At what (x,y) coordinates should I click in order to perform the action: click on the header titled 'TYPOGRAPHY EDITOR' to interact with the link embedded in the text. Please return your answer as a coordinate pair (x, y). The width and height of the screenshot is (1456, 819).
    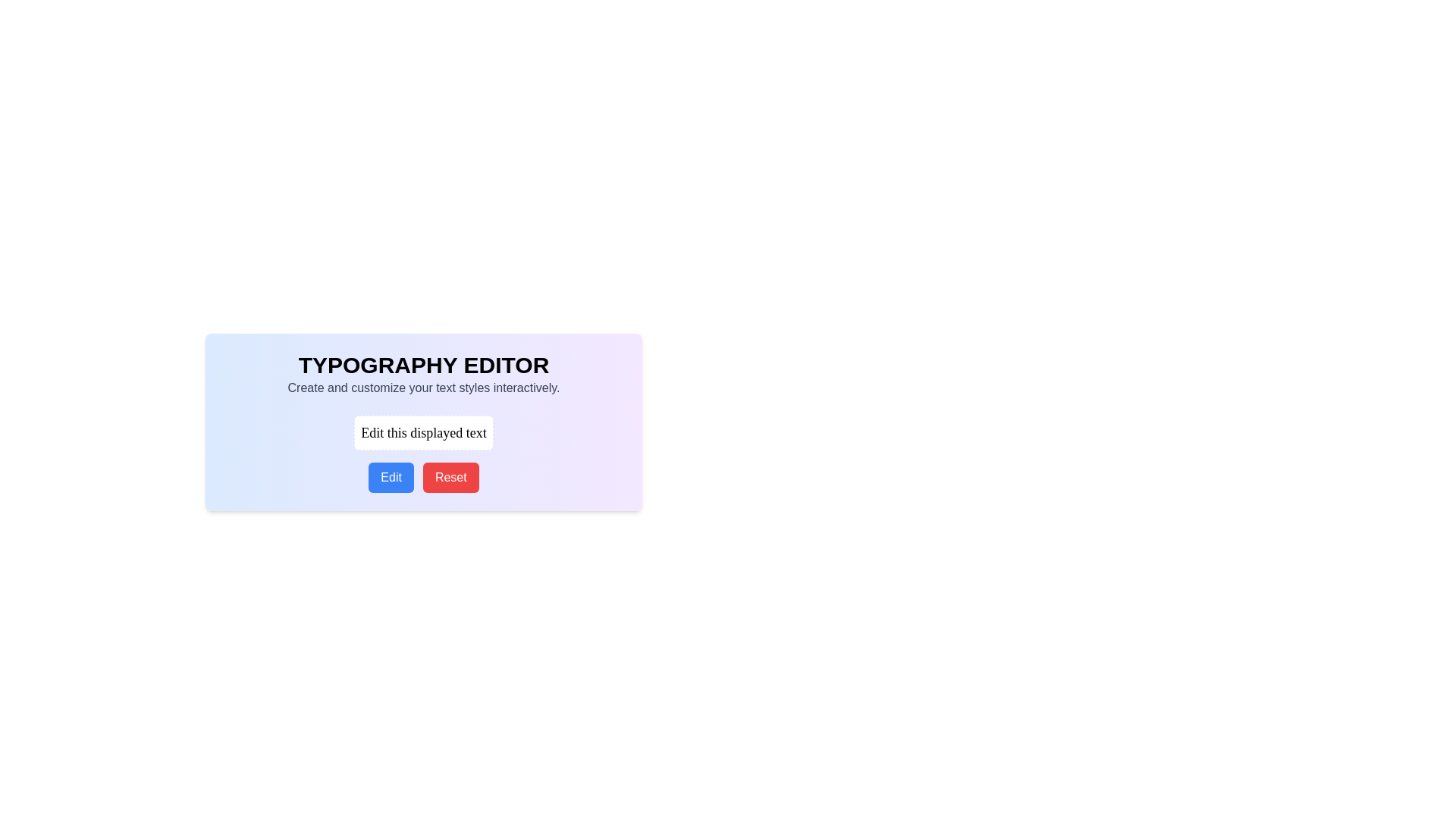
    Looking at the image, I should click on (423, 374).